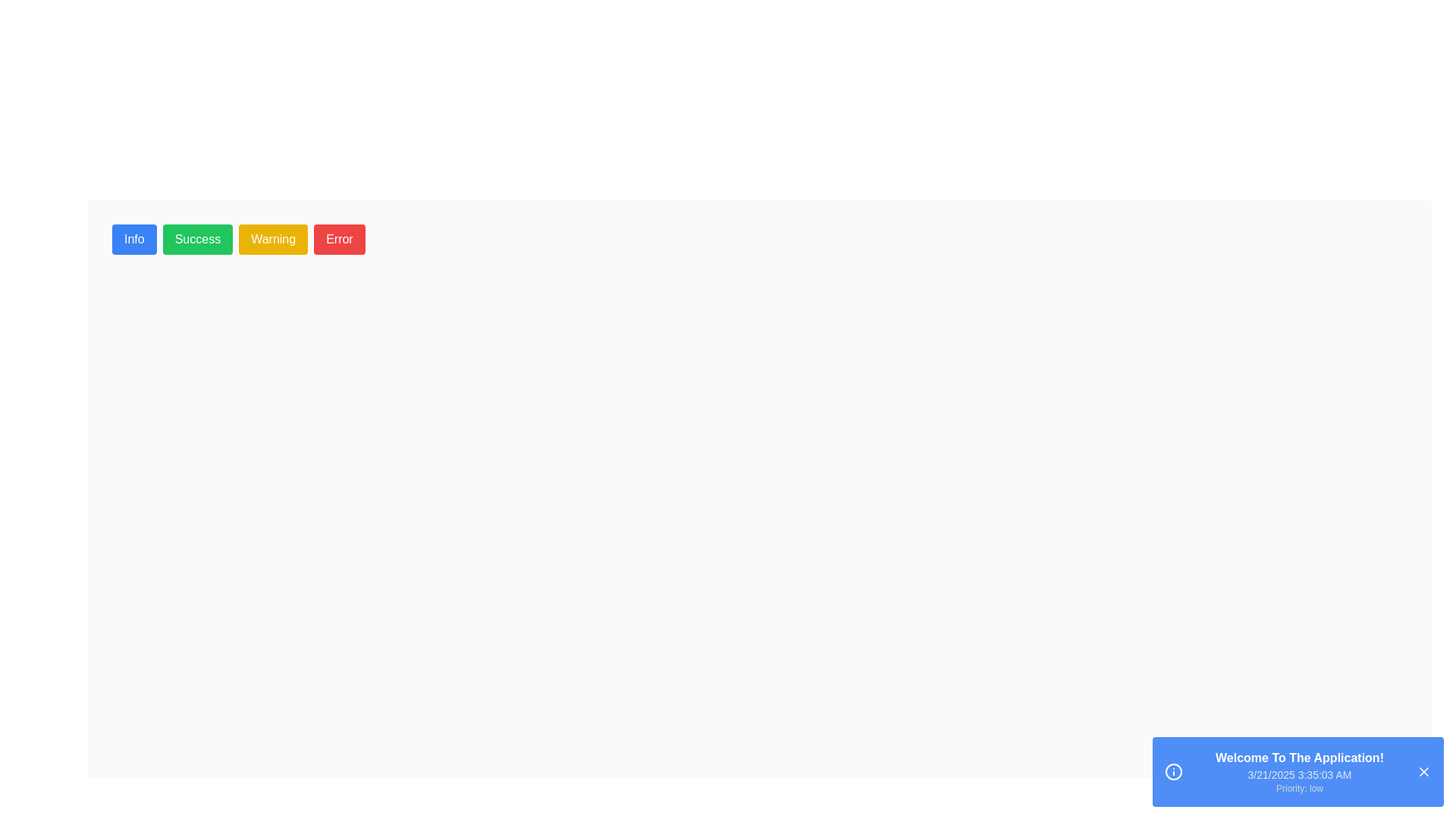 The height and width of the screenshot is (819, 1456). Describe the element at coordinates (196, 239) in the screenshot. I see `the 'Success' button, which is the second button from the left in a row of four buttons, to observe the hover effect` at that location.